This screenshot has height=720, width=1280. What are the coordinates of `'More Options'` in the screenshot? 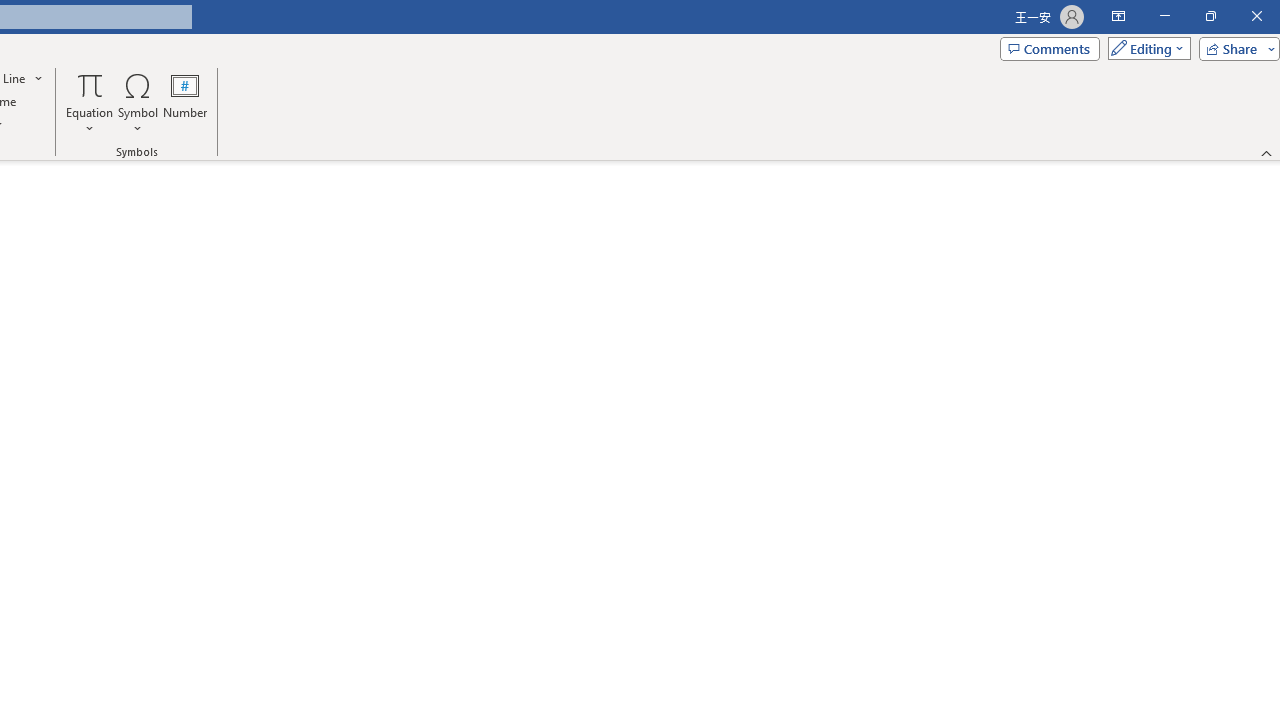 It's located at (89, 121).